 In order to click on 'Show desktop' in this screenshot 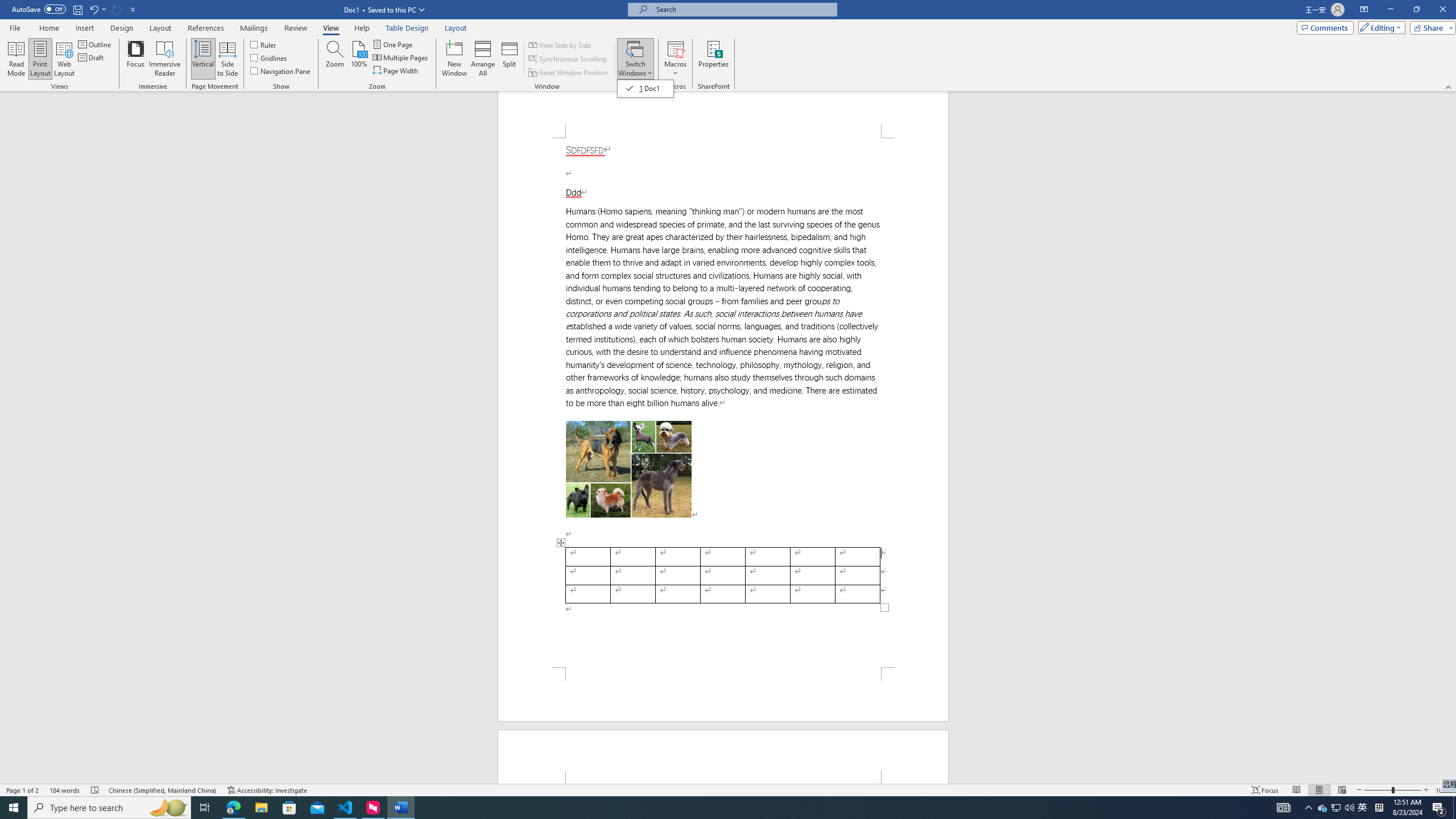, I will do `click(1454, 806)`.